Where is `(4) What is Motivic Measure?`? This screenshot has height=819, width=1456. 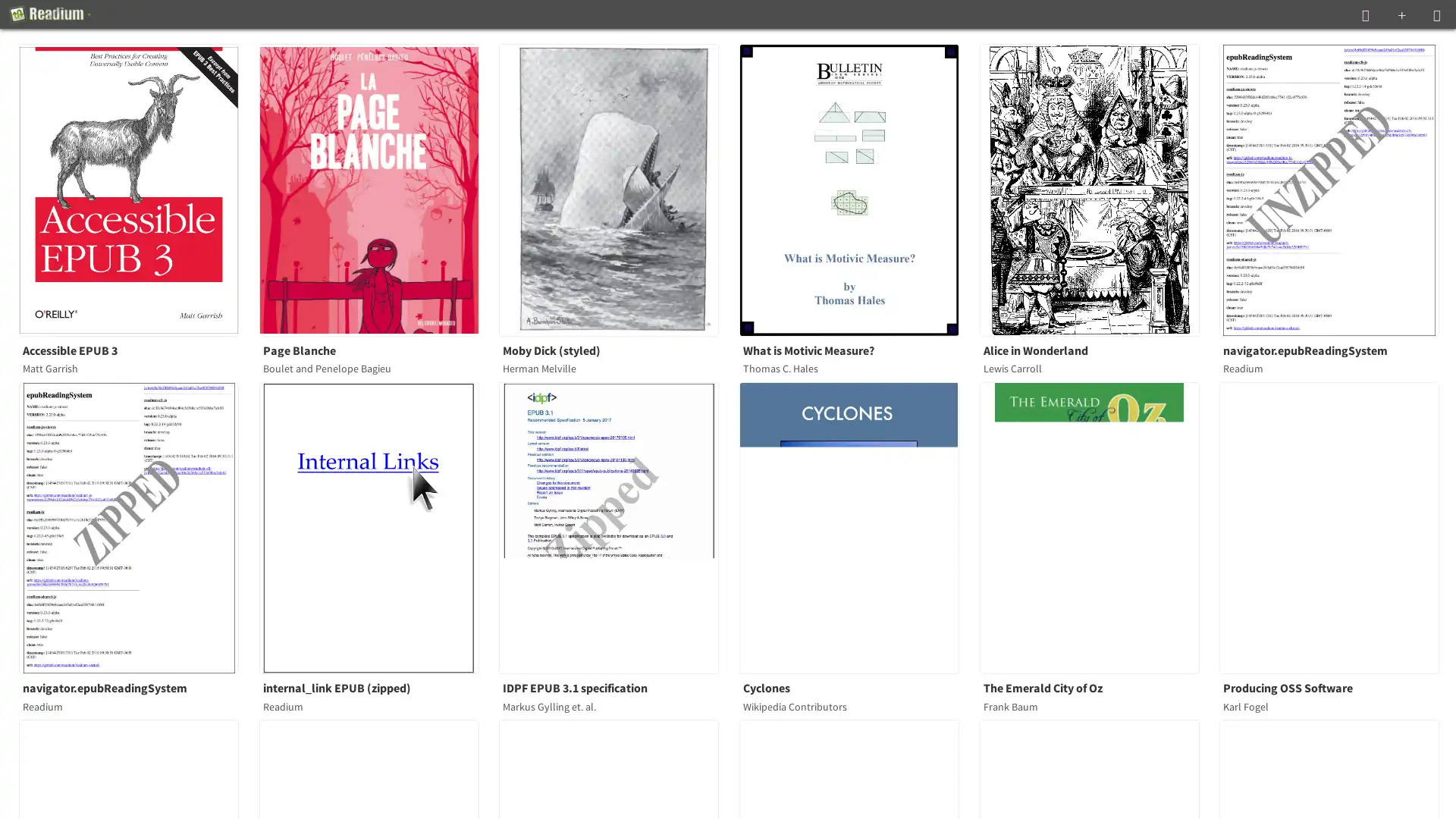 (4) What is Motivic Measure? is located at coordinates (858, 189).